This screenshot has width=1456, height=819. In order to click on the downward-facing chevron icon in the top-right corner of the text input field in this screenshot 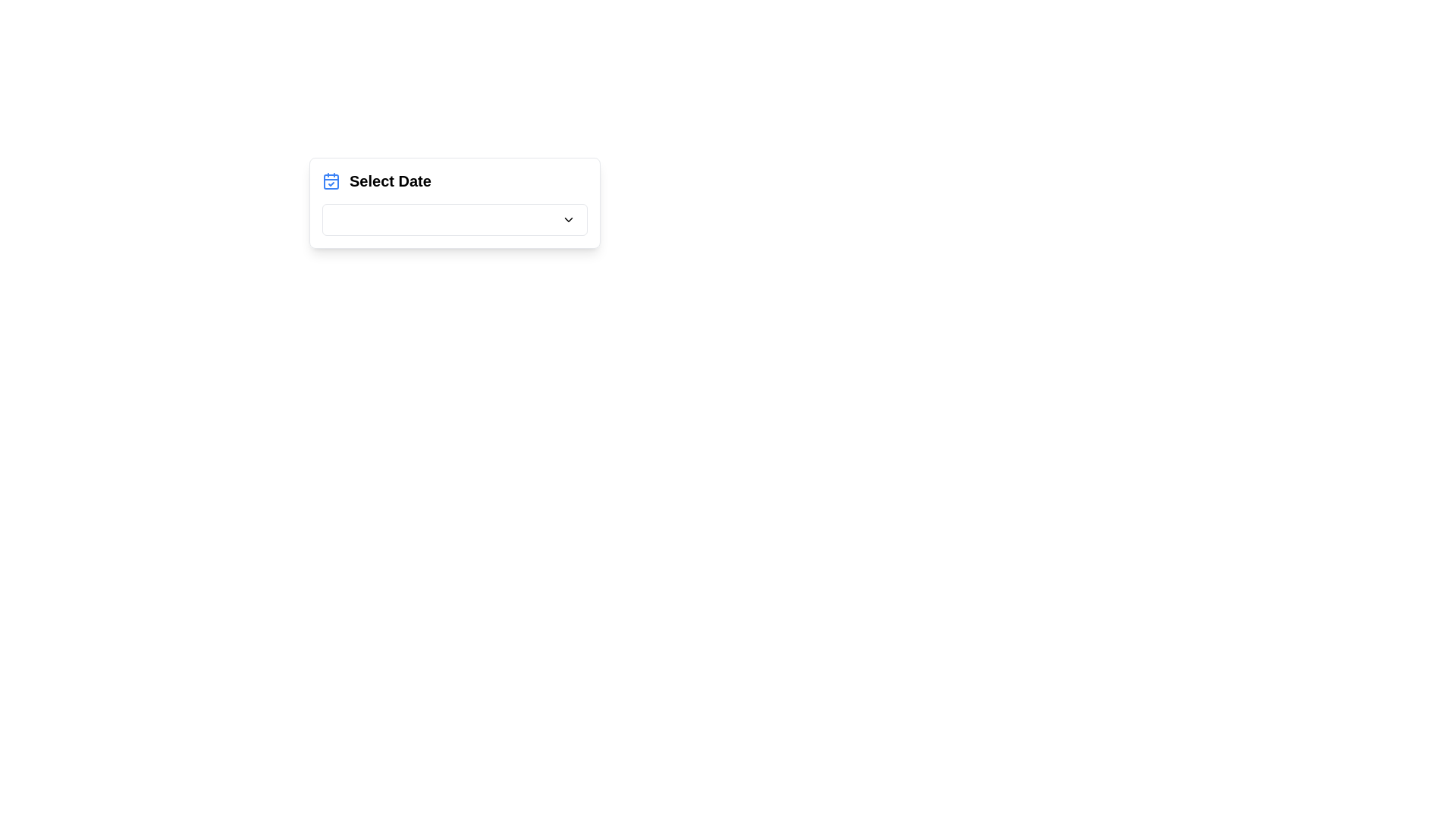, I will do `click(567, 219)`.